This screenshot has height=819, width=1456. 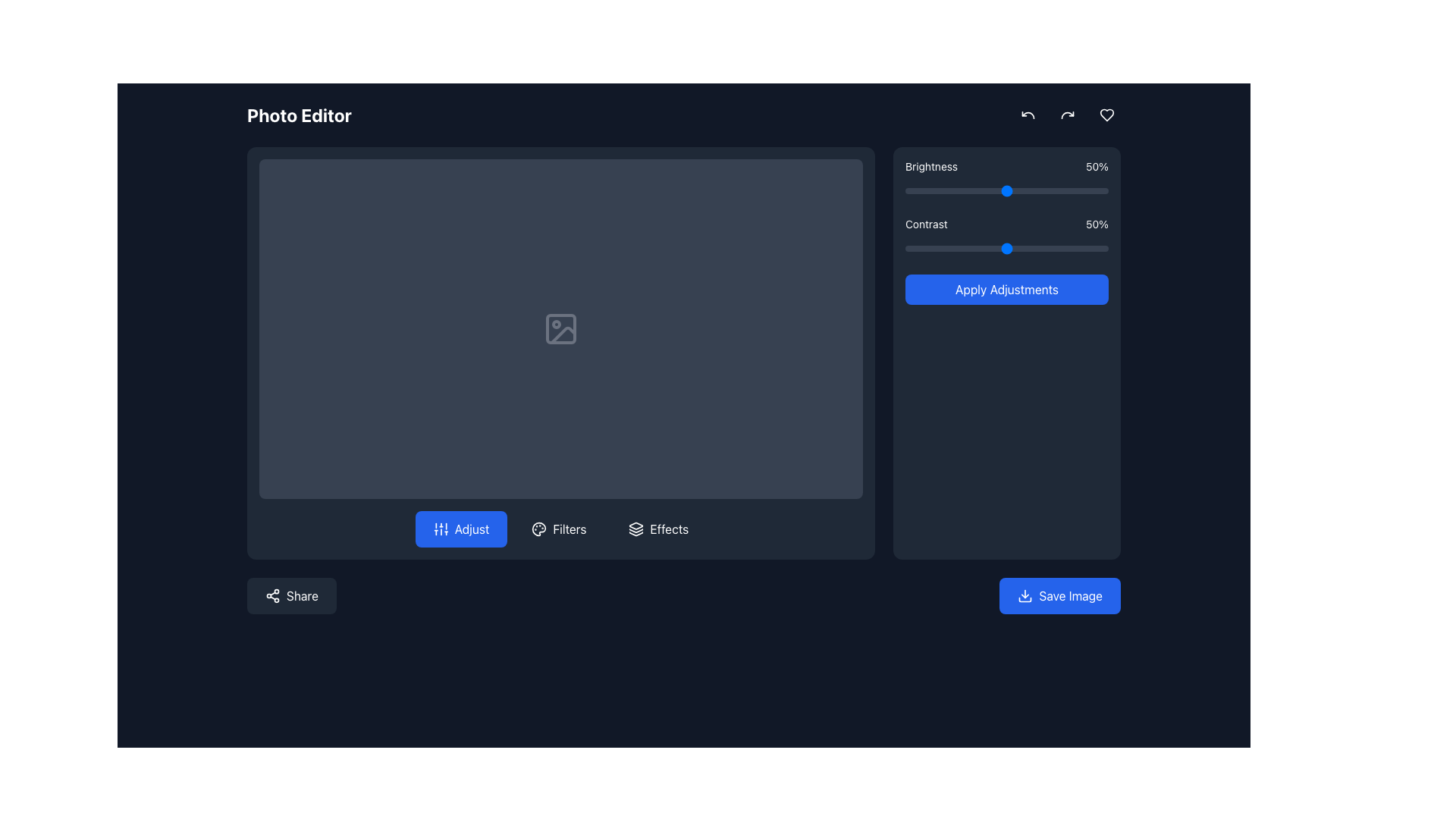 What do you see at coordinates (1028, 114) in the screenshot?
I see `the 'Undo' button located in the top-right corner of the horizontal toolbar, which is the first button from the left` at bounding box center [1028, 114].